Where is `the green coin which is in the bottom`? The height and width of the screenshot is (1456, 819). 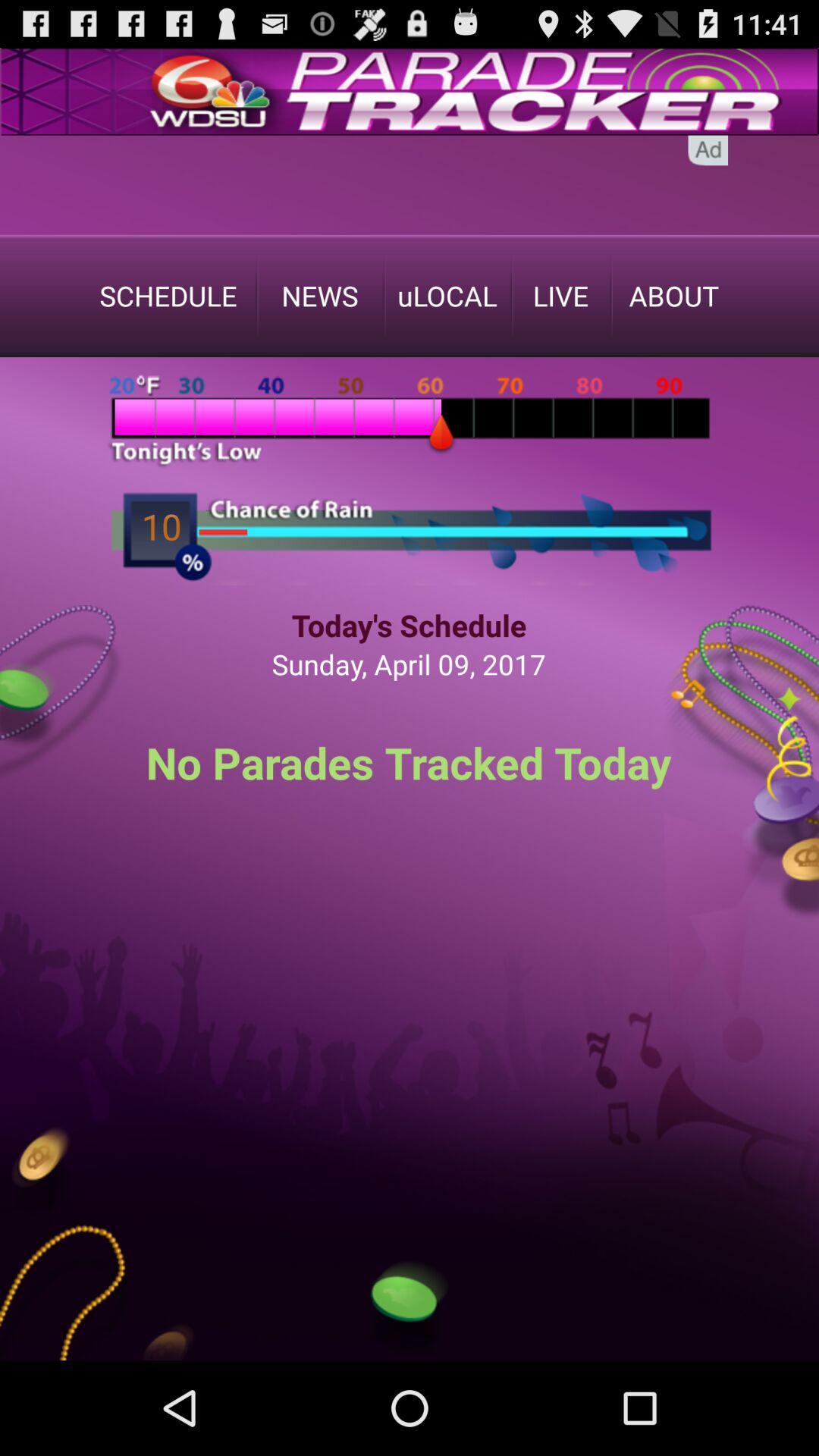
the green coin which is in the bottom is located at coordinates (409, 1309).